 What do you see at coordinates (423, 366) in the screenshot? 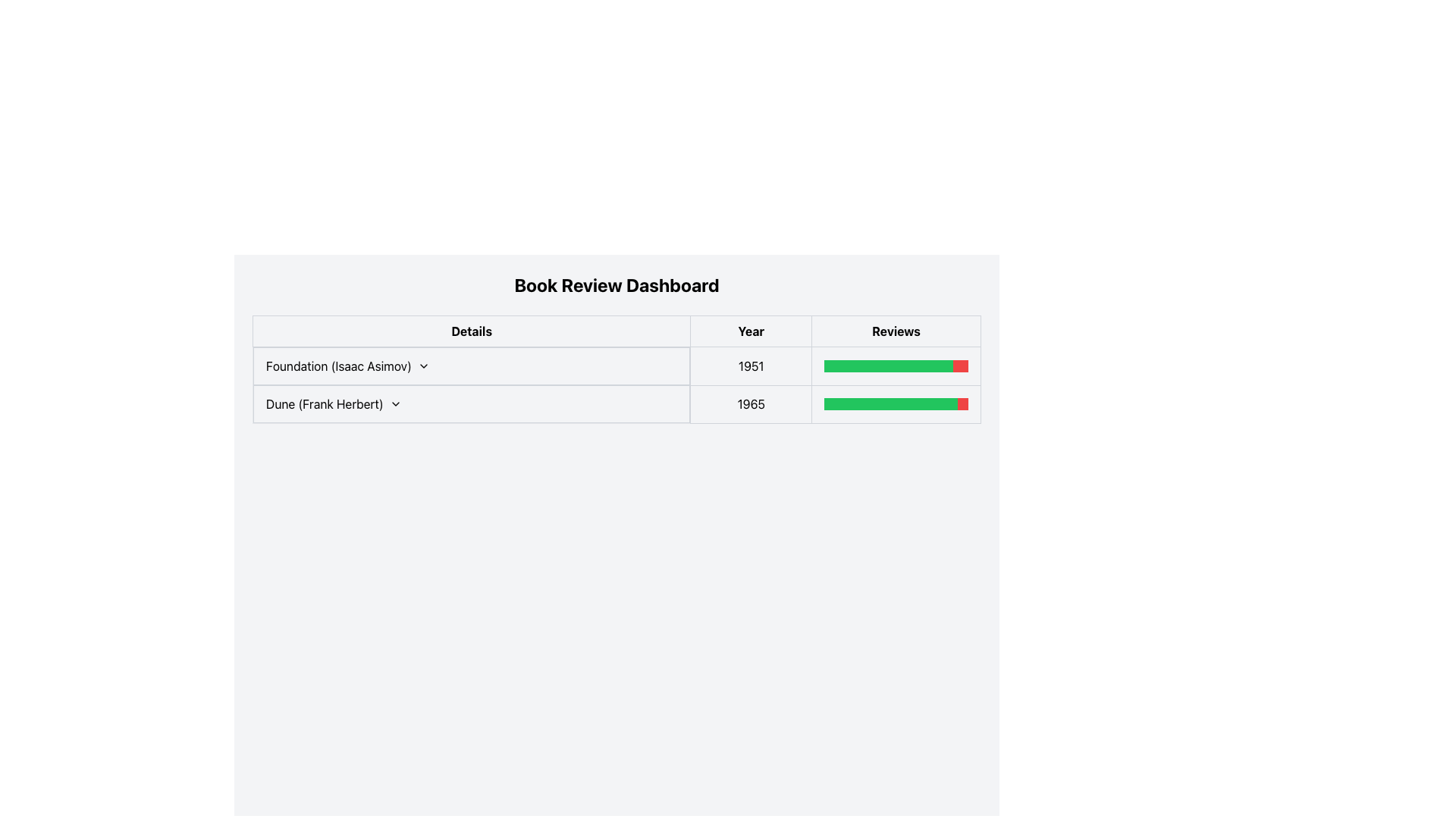
I see `the dropdown indicator icon located to the right of 'Foundation (Isaac Asimov)' in the first row under the 'Details' column of the table` at bounding box center [423, 366].